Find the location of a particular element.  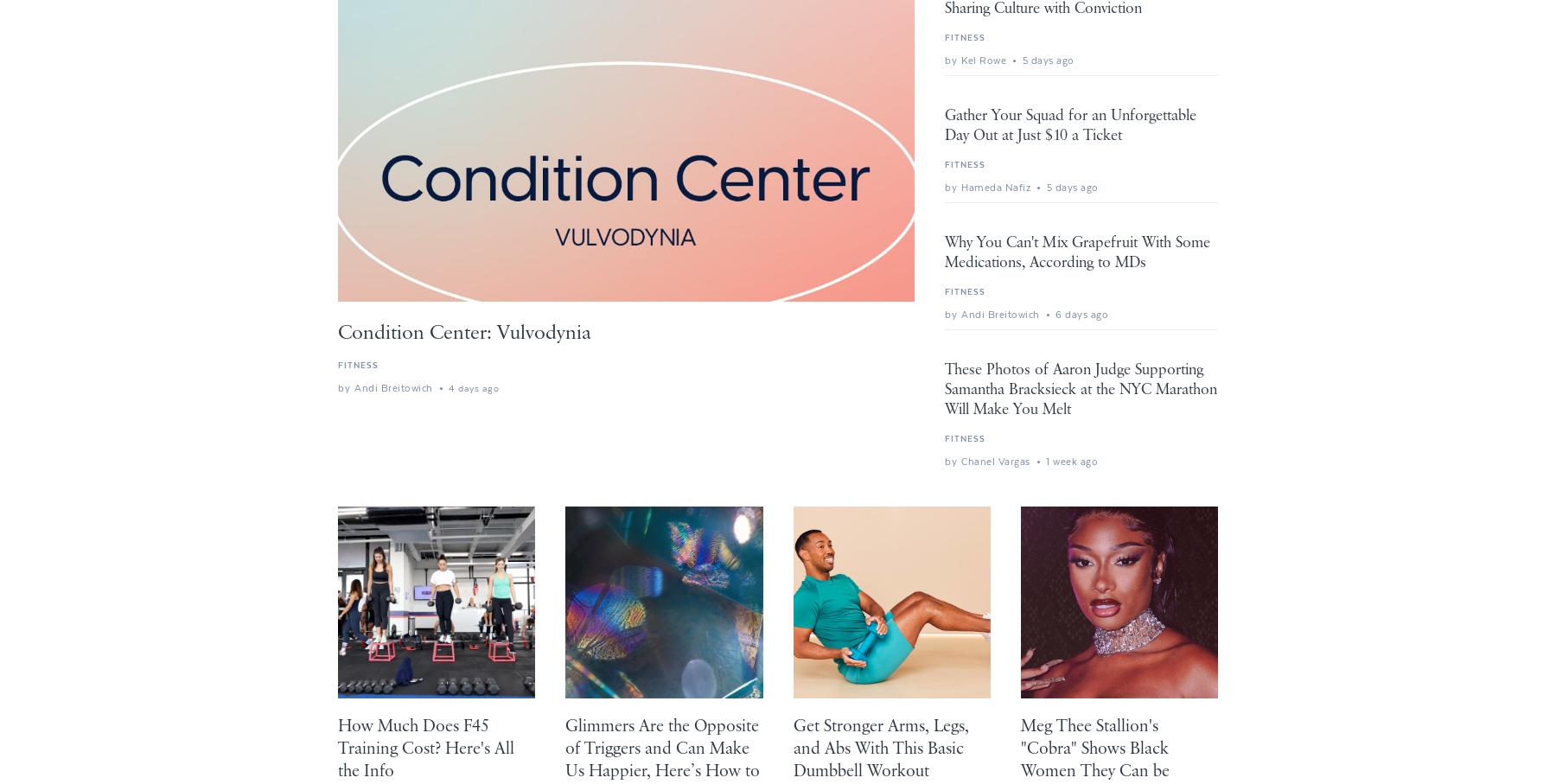

'Why You Can't Mix Grapefruit With Some Medications, According to MDs' is located at coordinates (1077, 252).